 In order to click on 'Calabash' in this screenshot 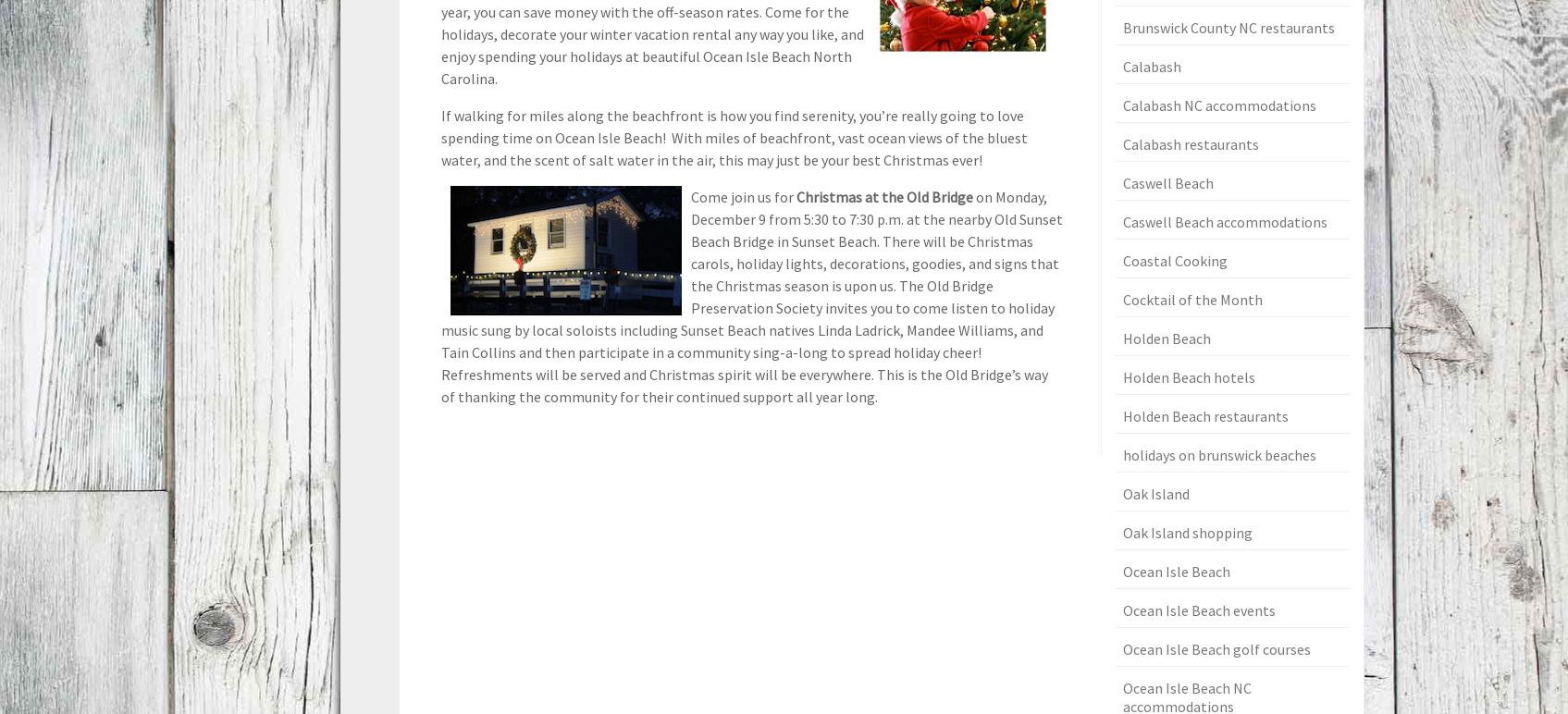, I will do `click(1121, 66)`.